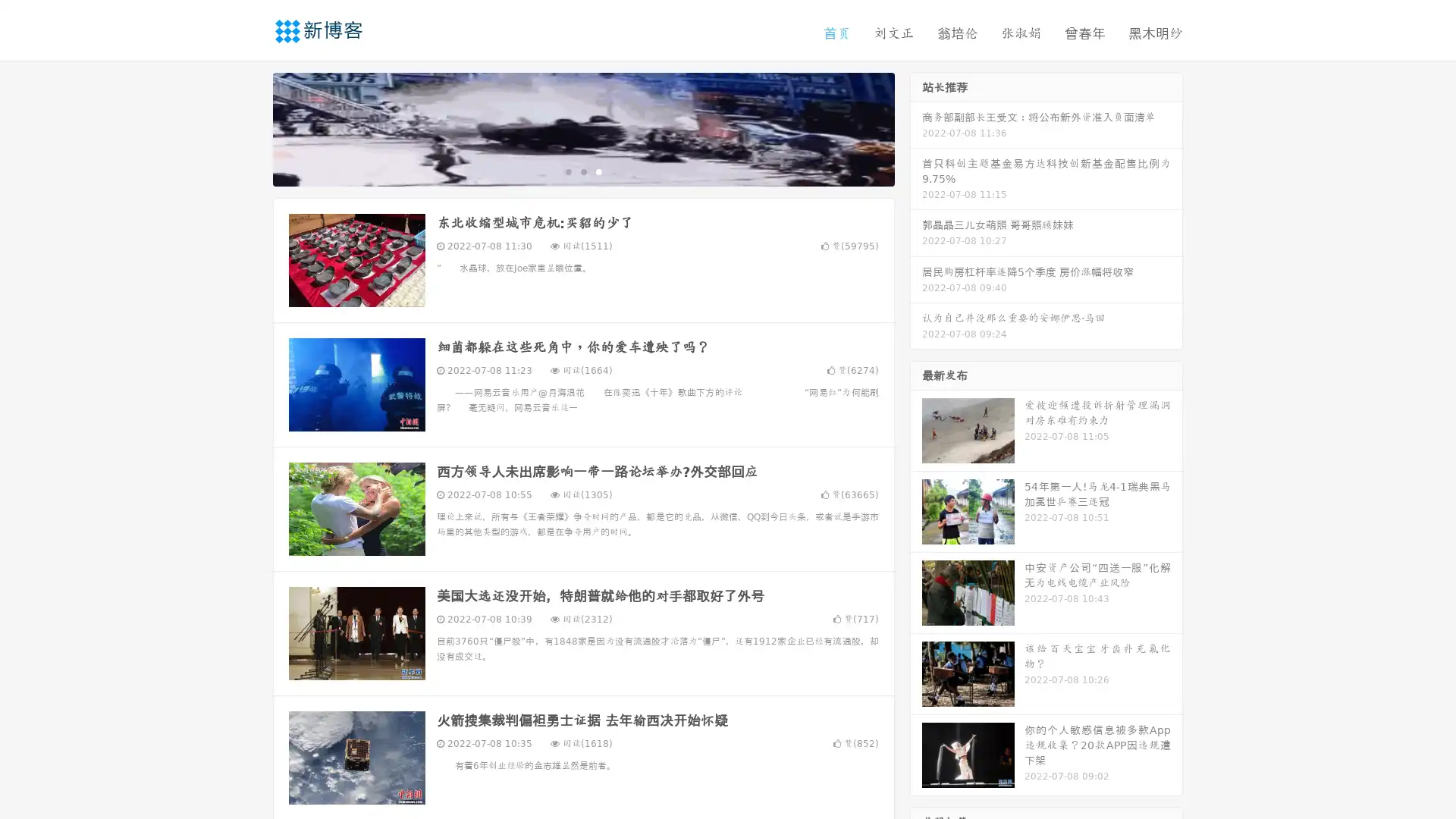  I want to click on Next slide, so click(916, 127).